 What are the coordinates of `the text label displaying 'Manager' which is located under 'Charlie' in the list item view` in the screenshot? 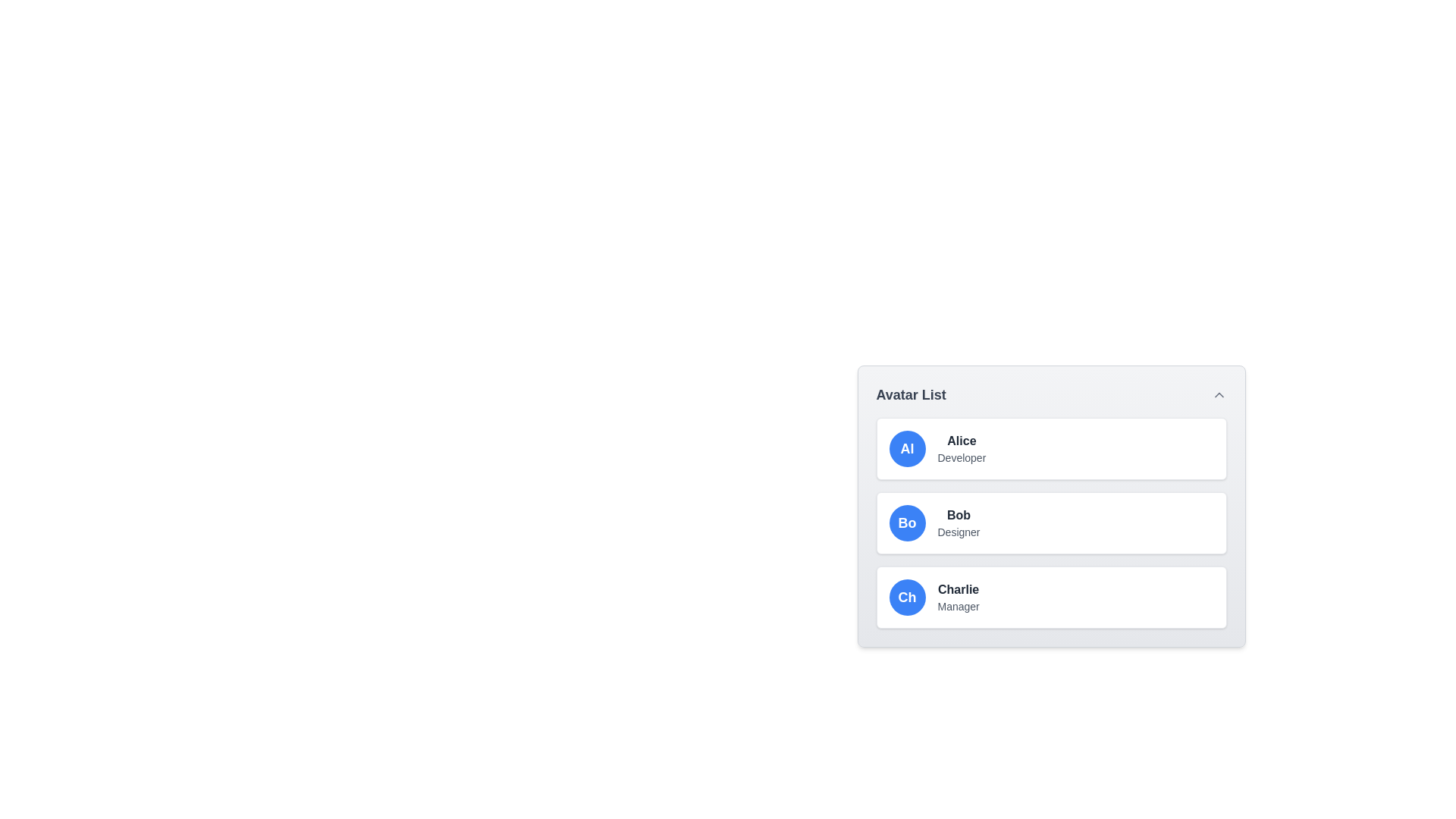 It's located at (958, 605).